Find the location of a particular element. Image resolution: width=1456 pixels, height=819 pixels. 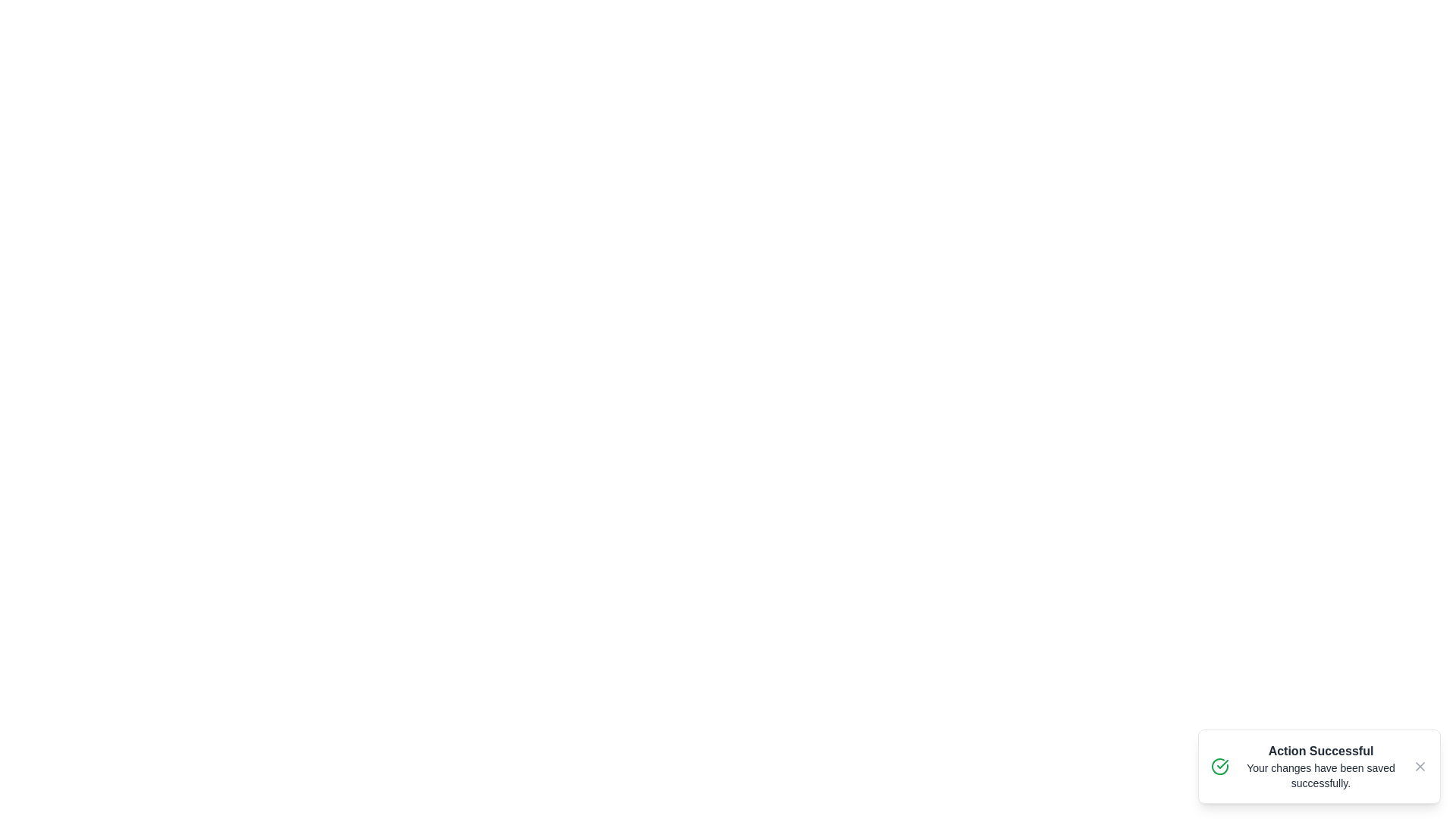

the success icon to visually inspect it is located at coordinates (1219, 766).